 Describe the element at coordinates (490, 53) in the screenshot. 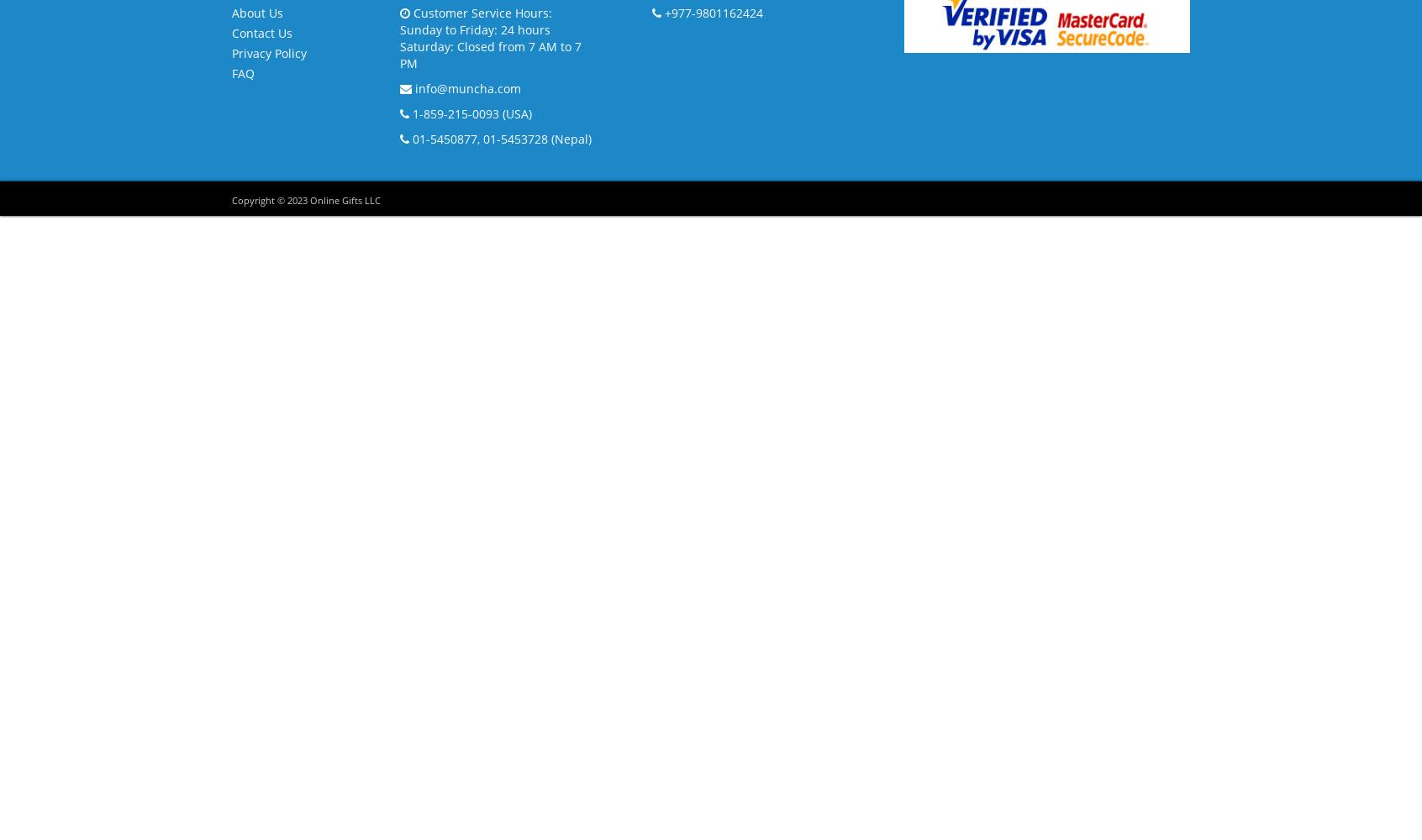

I see `'Saturday: Closed from 7 AM to 7 PM'` at that location.